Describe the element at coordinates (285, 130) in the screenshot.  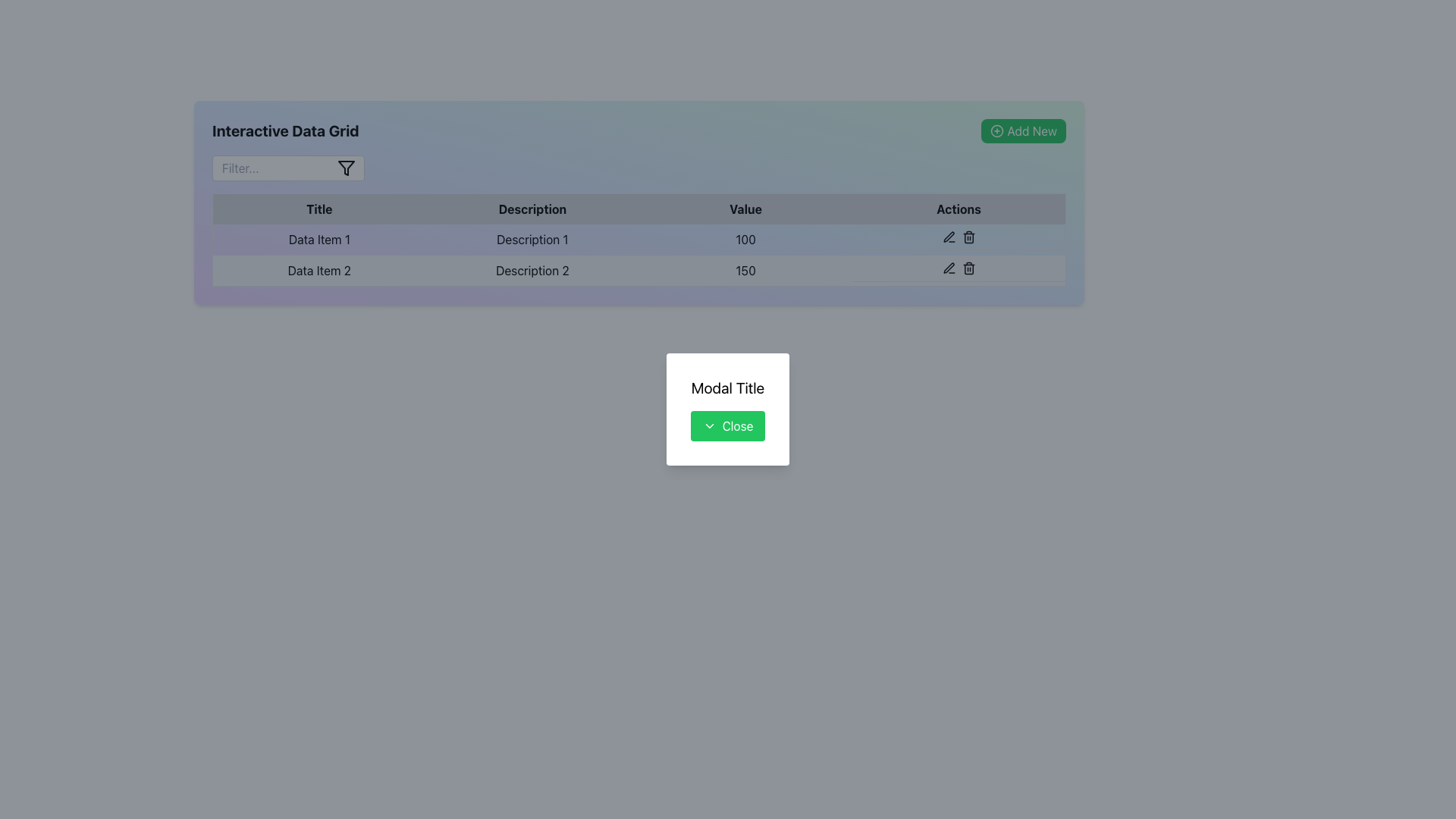
I see `the text label displaying 'Interactive Data Grid', which is in bold and extra-large font and serves as a title in the data grid section` at that location.